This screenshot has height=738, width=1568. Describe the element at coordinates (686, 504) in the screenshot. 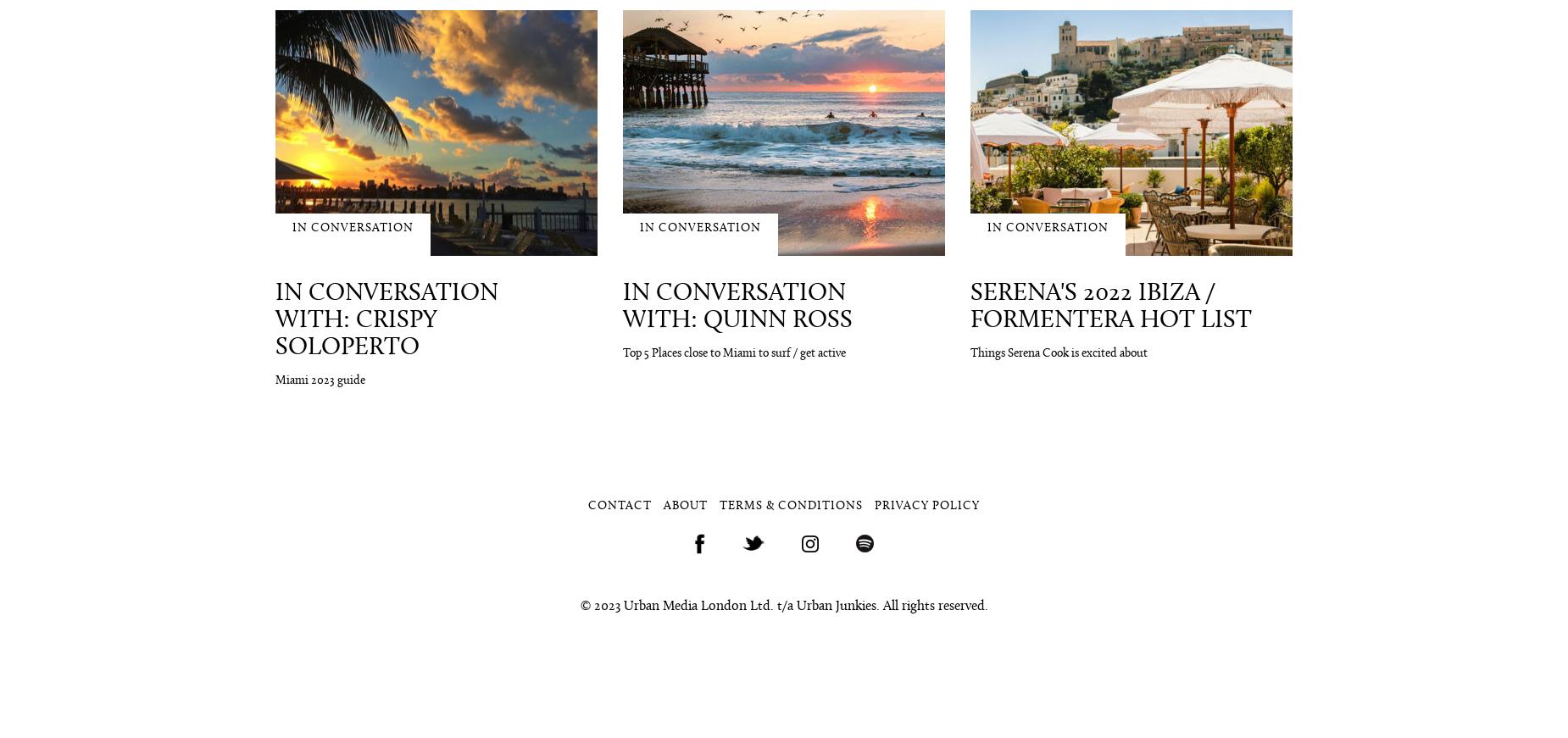

I see `'About'` at that location.